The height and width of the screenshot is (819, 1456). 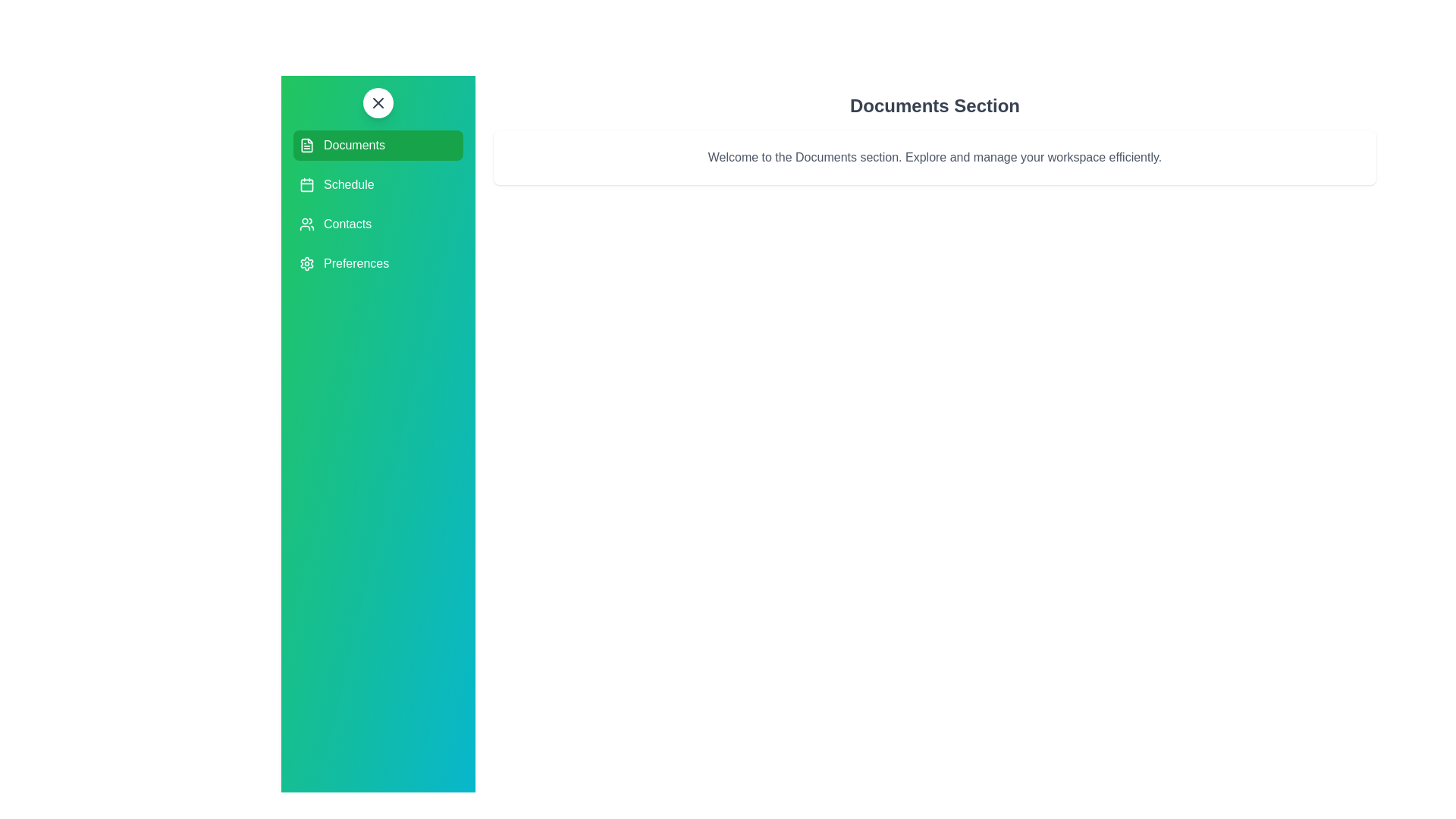 What do you see at coordinates (934, 105) in the screenshot?
I see `the section title 'Documents Section' to interact with it` at bounding box center [934, 105].